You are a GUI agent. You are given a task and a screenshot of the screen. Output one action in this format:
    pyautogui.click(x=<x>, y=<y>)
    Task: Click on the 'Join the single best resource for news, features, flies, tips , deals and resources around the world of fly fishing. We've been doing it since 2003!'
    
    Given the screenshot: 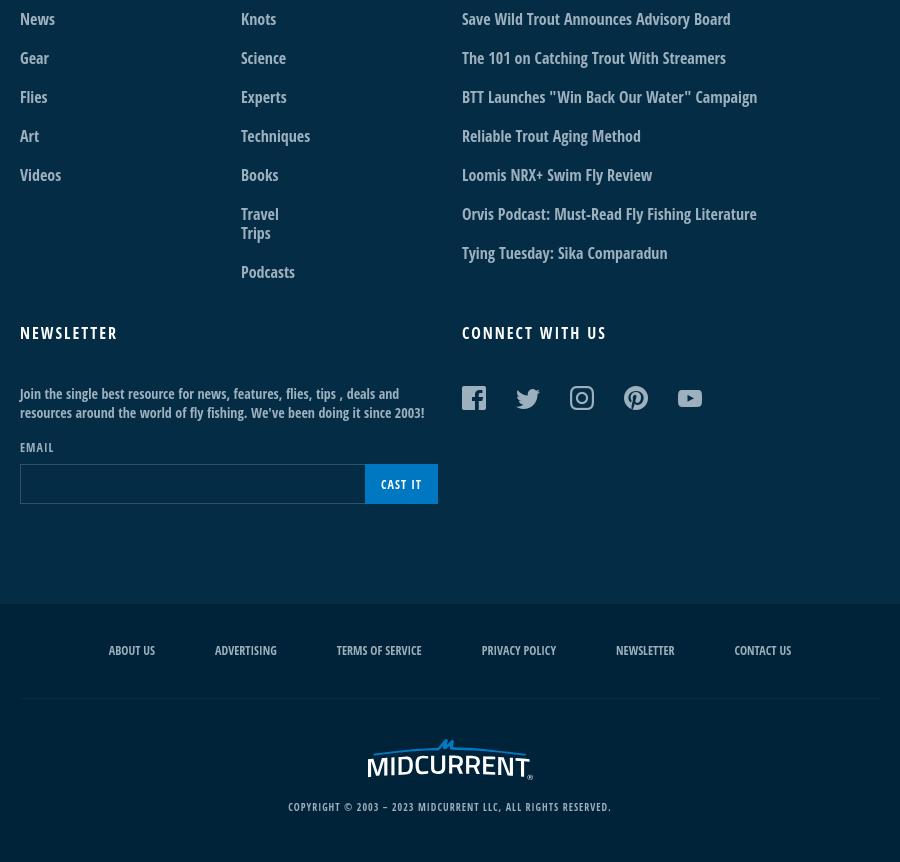 What is the action you would take?
    pyautogui.click(x=222, y=401)
    